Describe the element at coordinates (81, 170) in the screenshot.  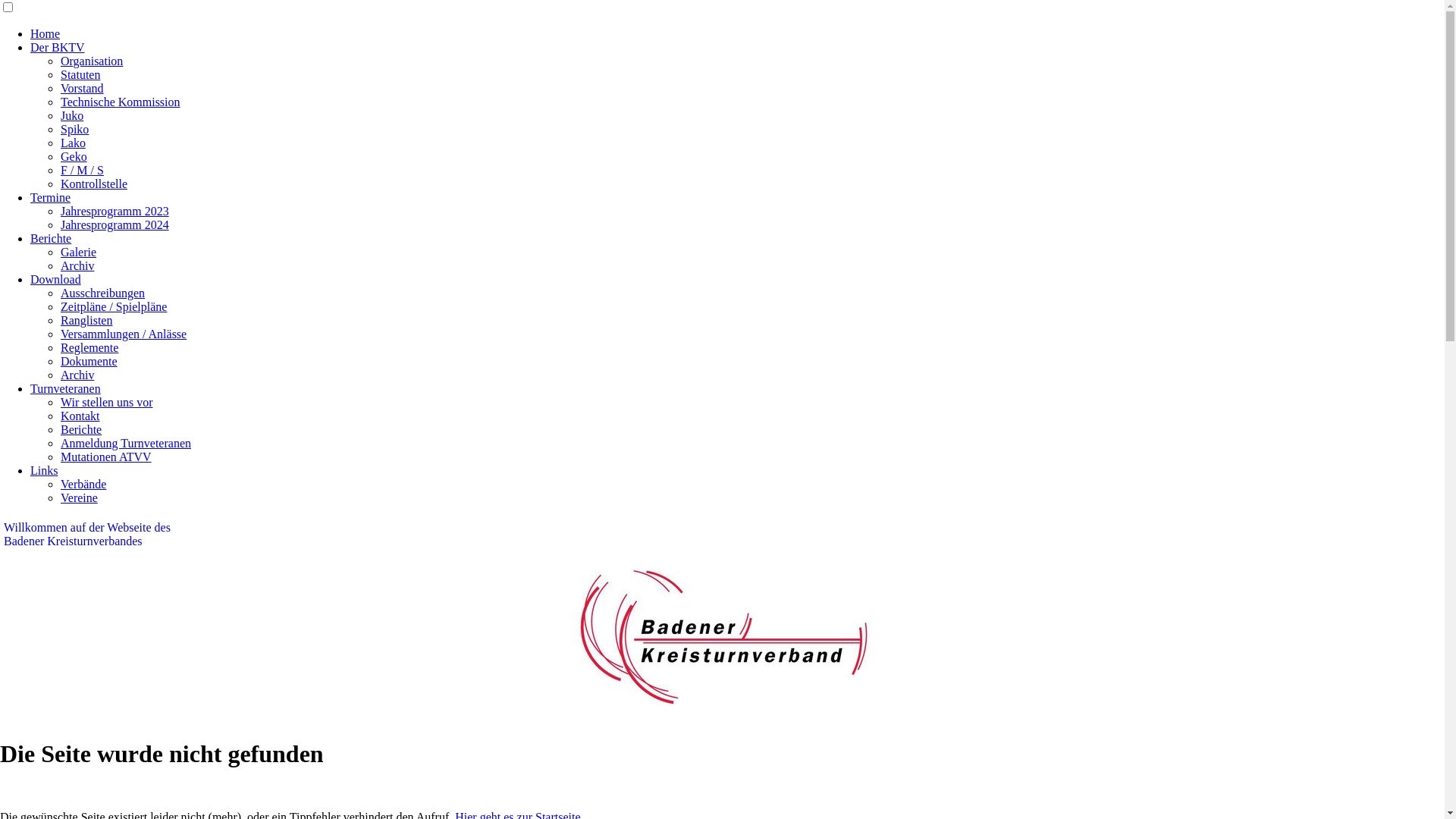
I see `'F / M / S'` at that location.